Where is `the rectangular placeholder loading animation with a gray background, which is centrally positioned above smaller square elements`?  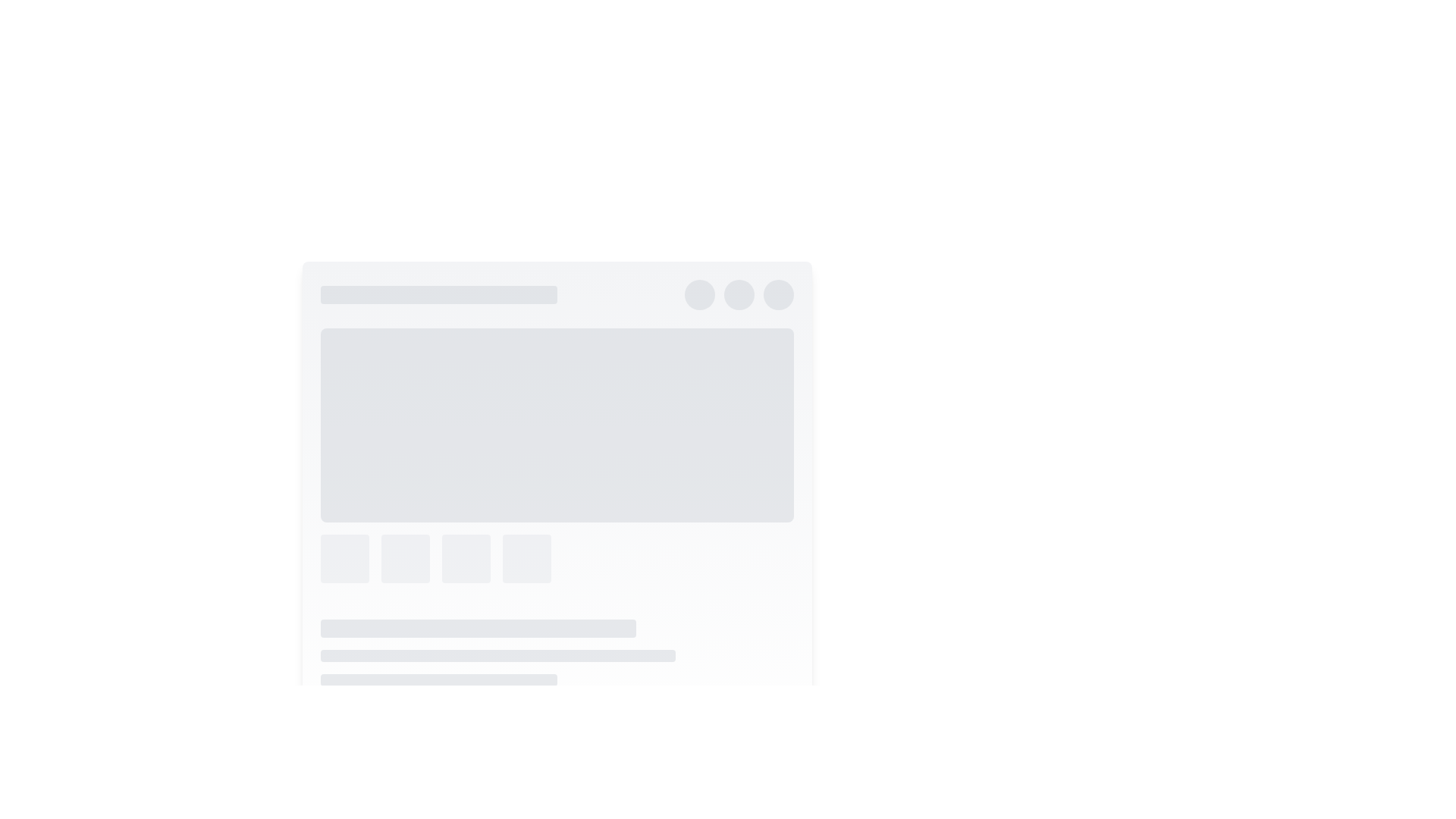
the rectangular placeholder loading animation with a gray background, which is centrally positioned above smaller square elements is located at coordinates (556, 425).